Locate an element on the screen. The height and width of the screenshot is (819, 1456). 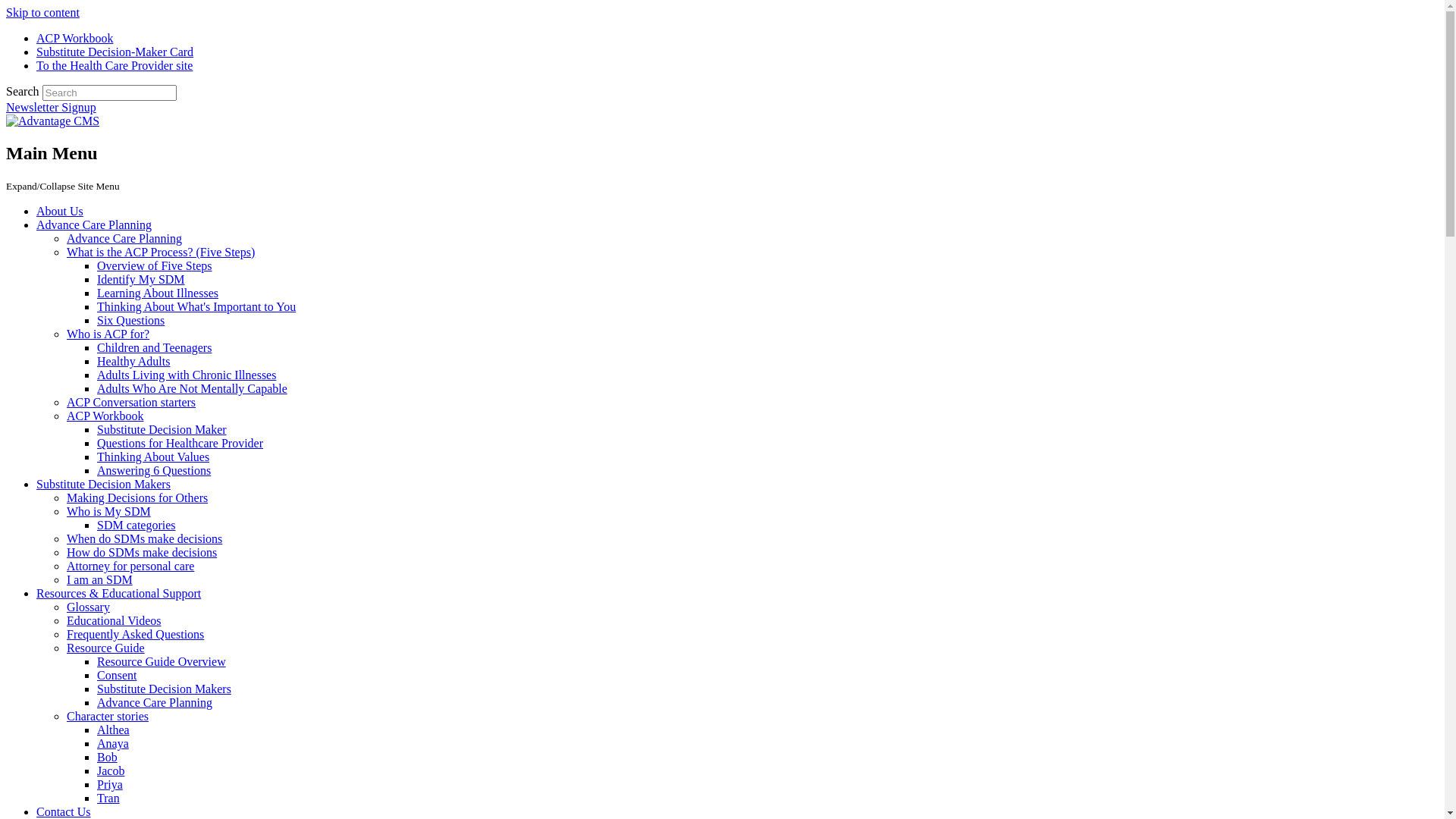
'Althea' is located at coordinates (112, 729).